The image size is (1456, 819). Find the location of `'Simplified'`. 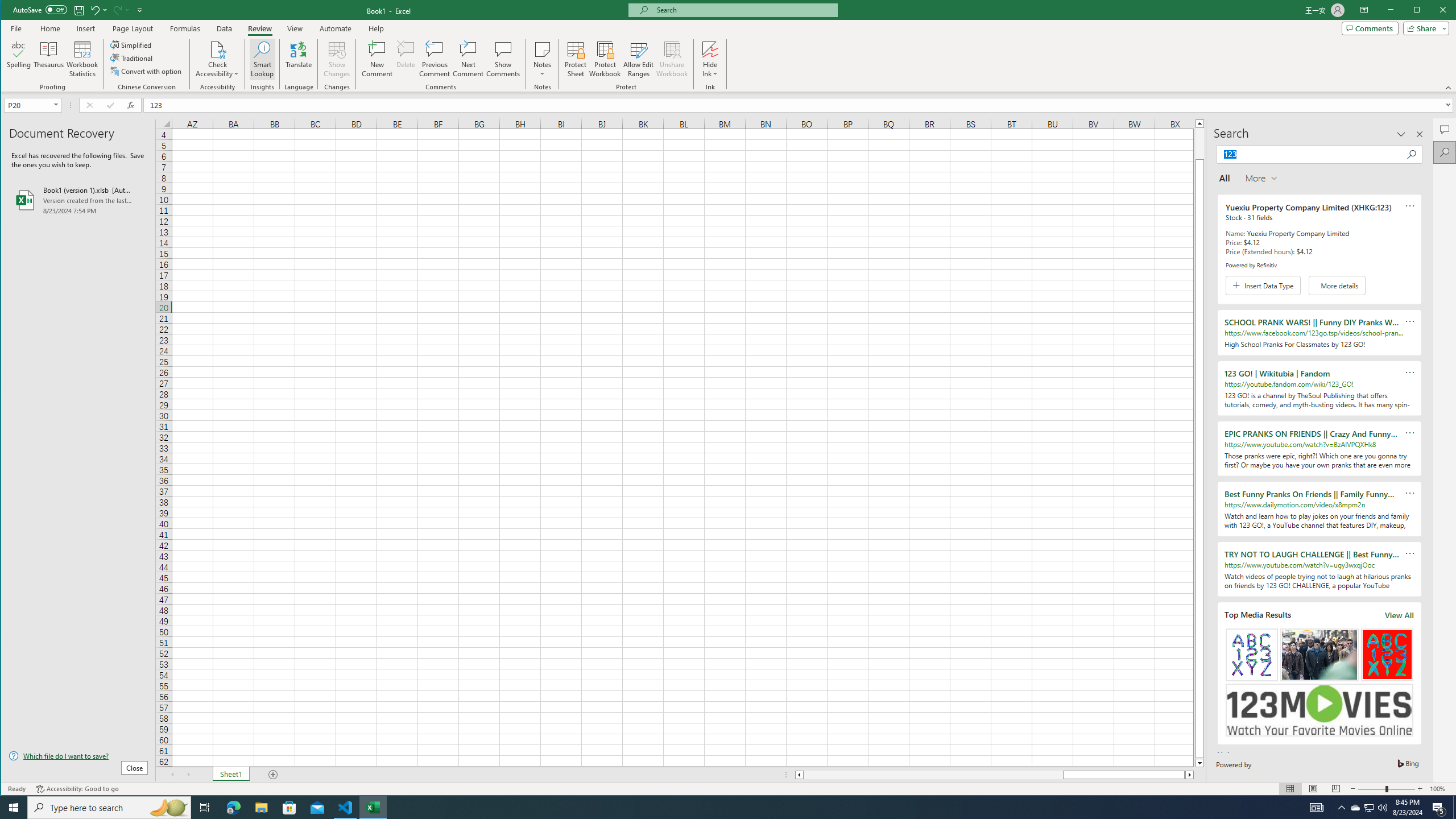

'Simplified' is located at coordinates (132, 44).